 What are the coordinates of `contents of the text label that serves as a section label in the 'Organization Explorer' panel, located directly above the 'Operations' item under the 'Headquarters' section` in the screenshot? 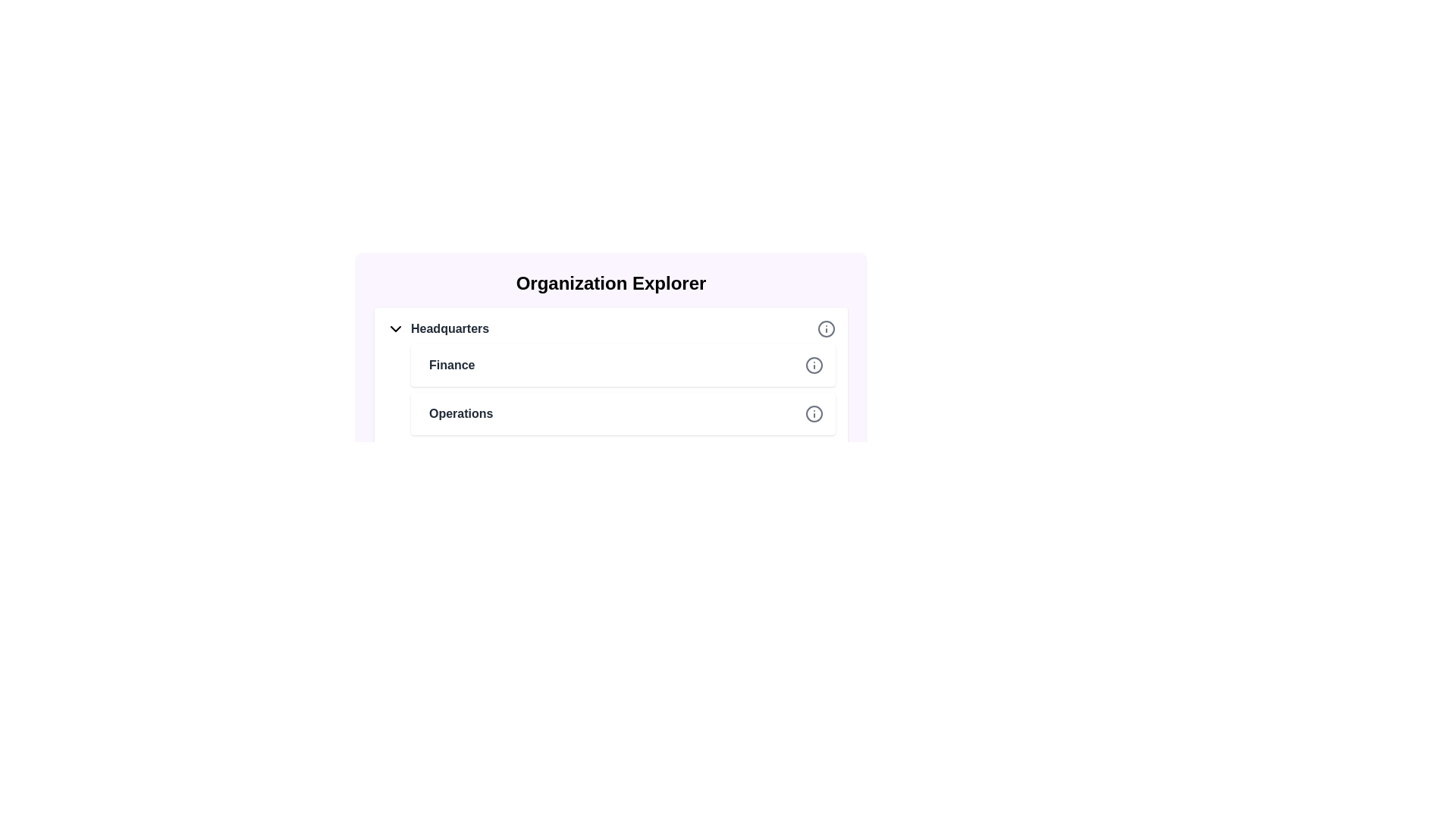 It's located at (451, 366).